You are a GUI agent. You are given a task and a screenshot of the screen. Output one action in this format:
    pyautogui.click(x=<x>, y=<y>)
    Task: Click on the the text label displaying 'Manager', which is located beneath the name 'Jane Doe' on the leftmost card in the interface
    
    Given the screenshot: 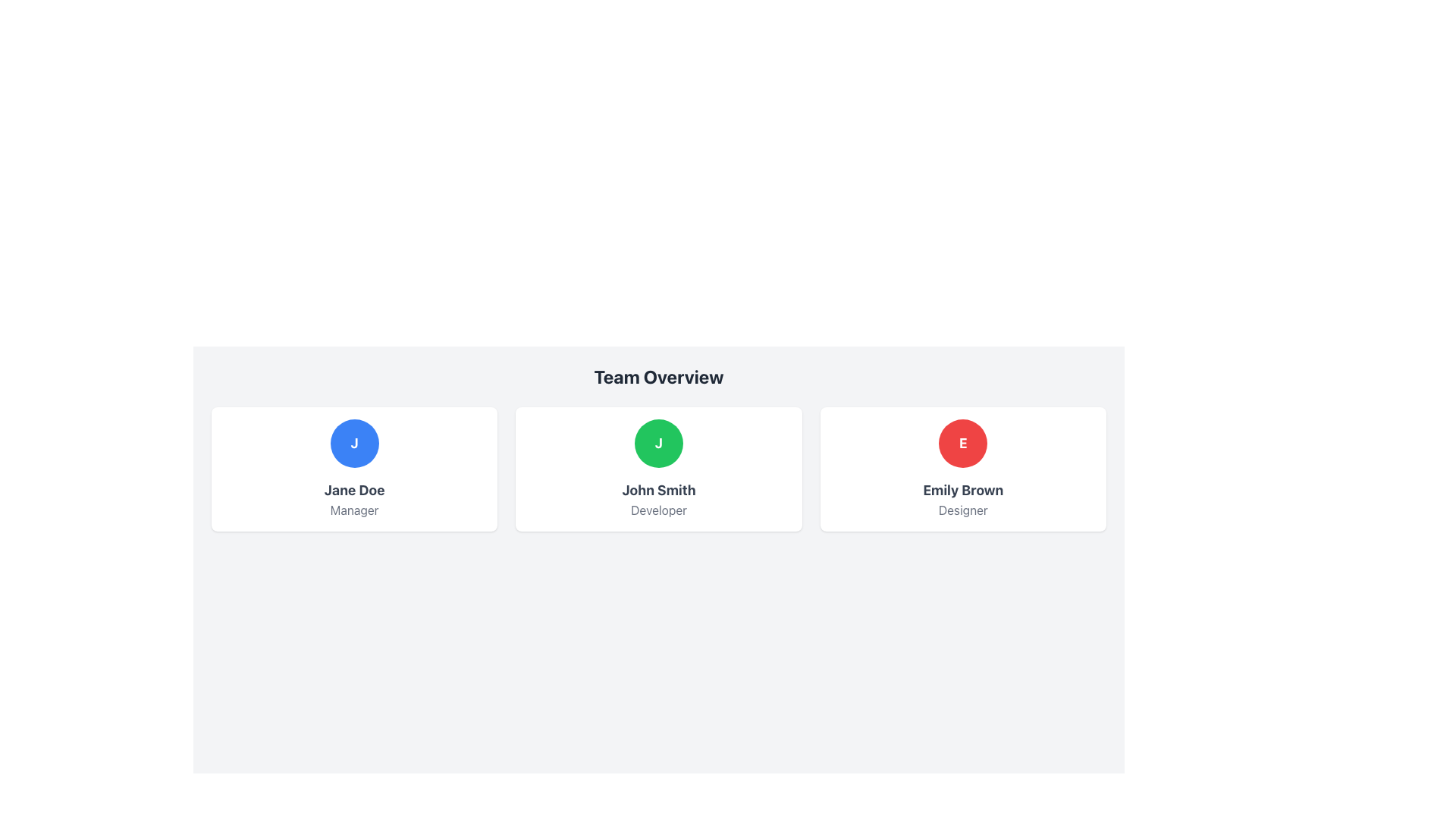 What is the action you would take?
    pyautogui.click(x=353, y=510)
    